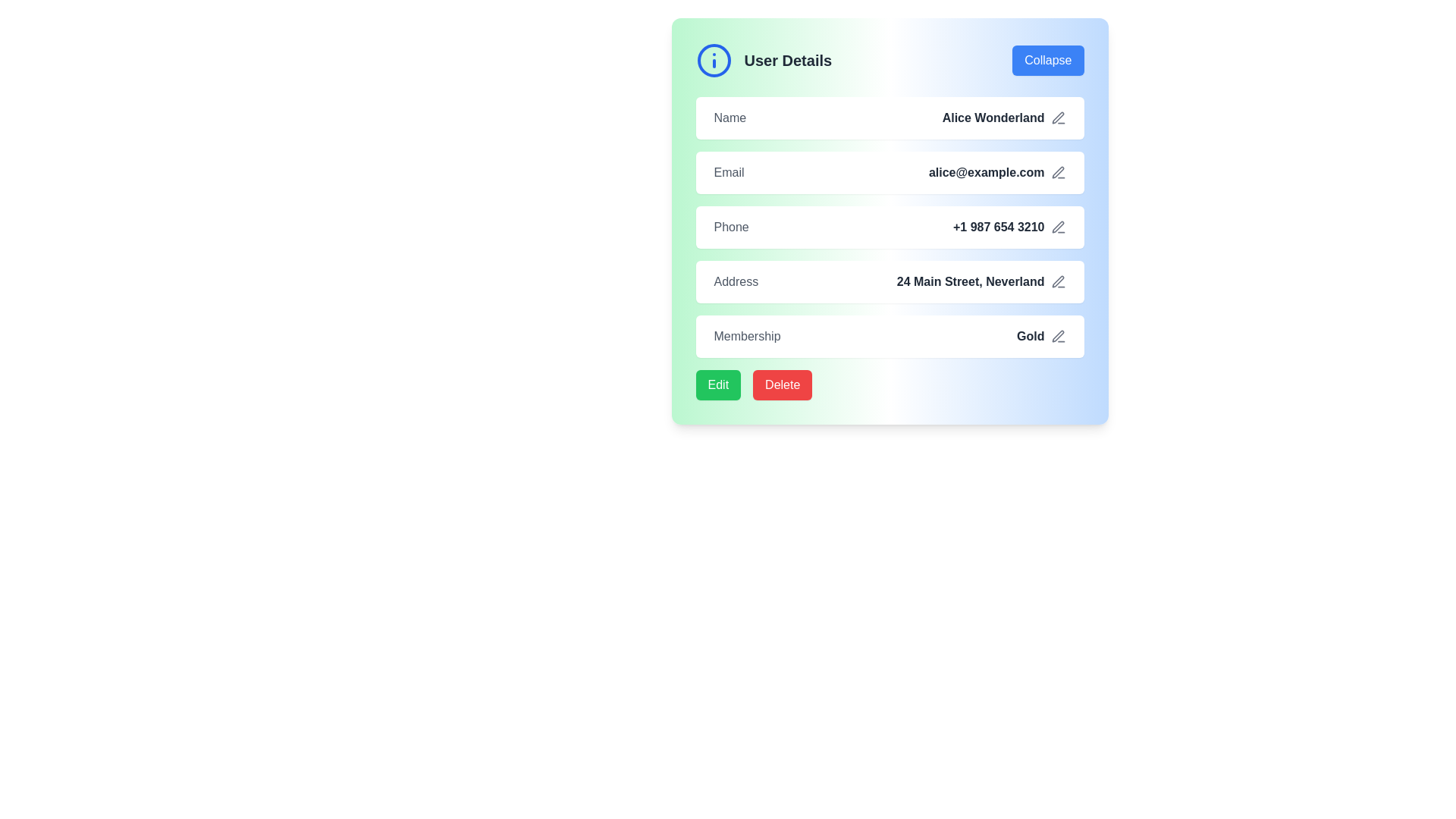 This screenshot has height=819, width=1456. What do you see at coordinates (736, 281) in the screenshot?
I see `the address label located in the 'Address' section, which precedes the text '24 Main Street, Neverland' in the user details form` at bounding box center [736, 281].